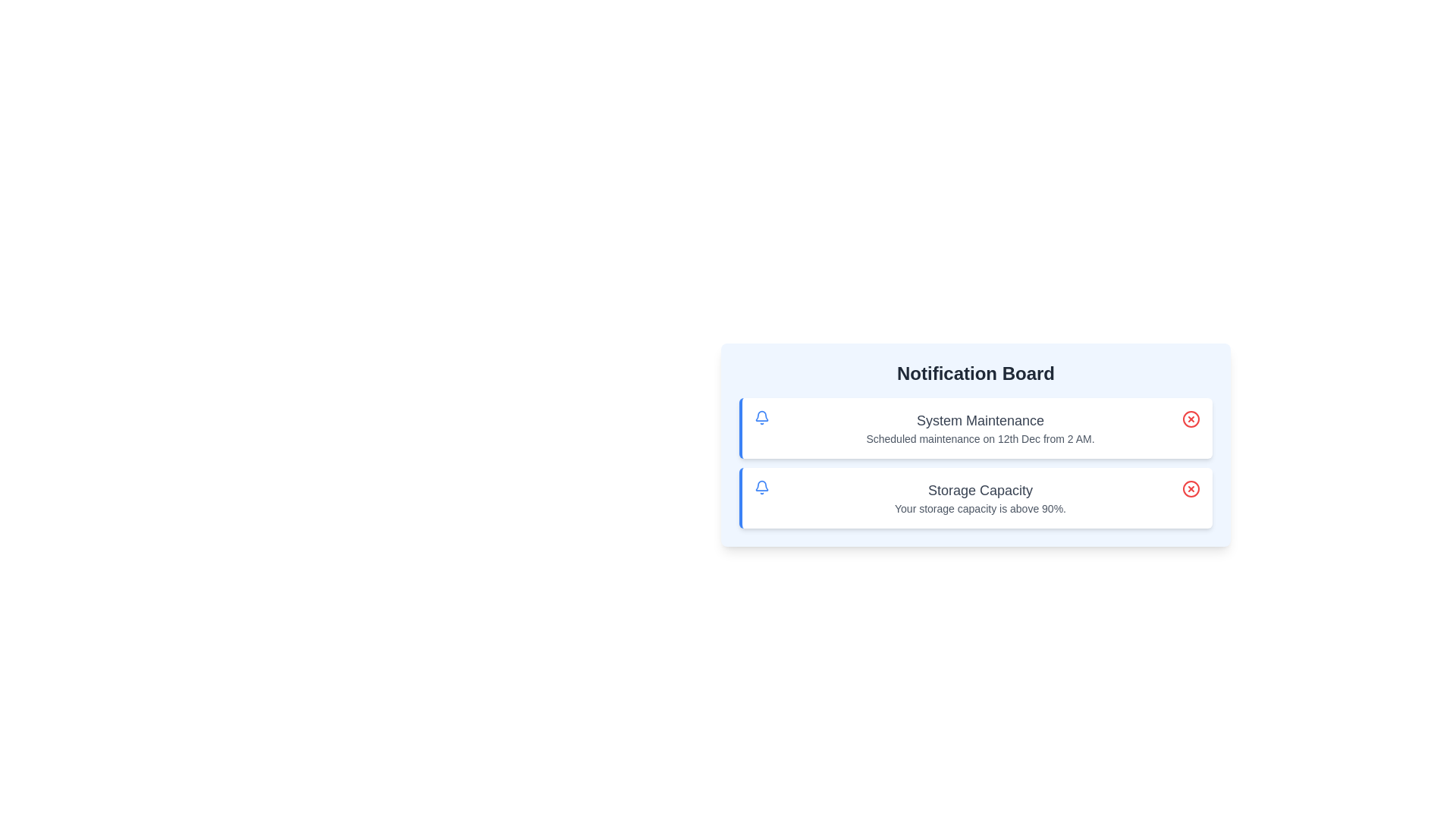 The width and height of the screenshot is (1456, 819). What do you see at coordinates (975, 428) in the screenshot?
I see `the notification titled 'System Maintenance' to view its details` at bounding box center [975, 428].